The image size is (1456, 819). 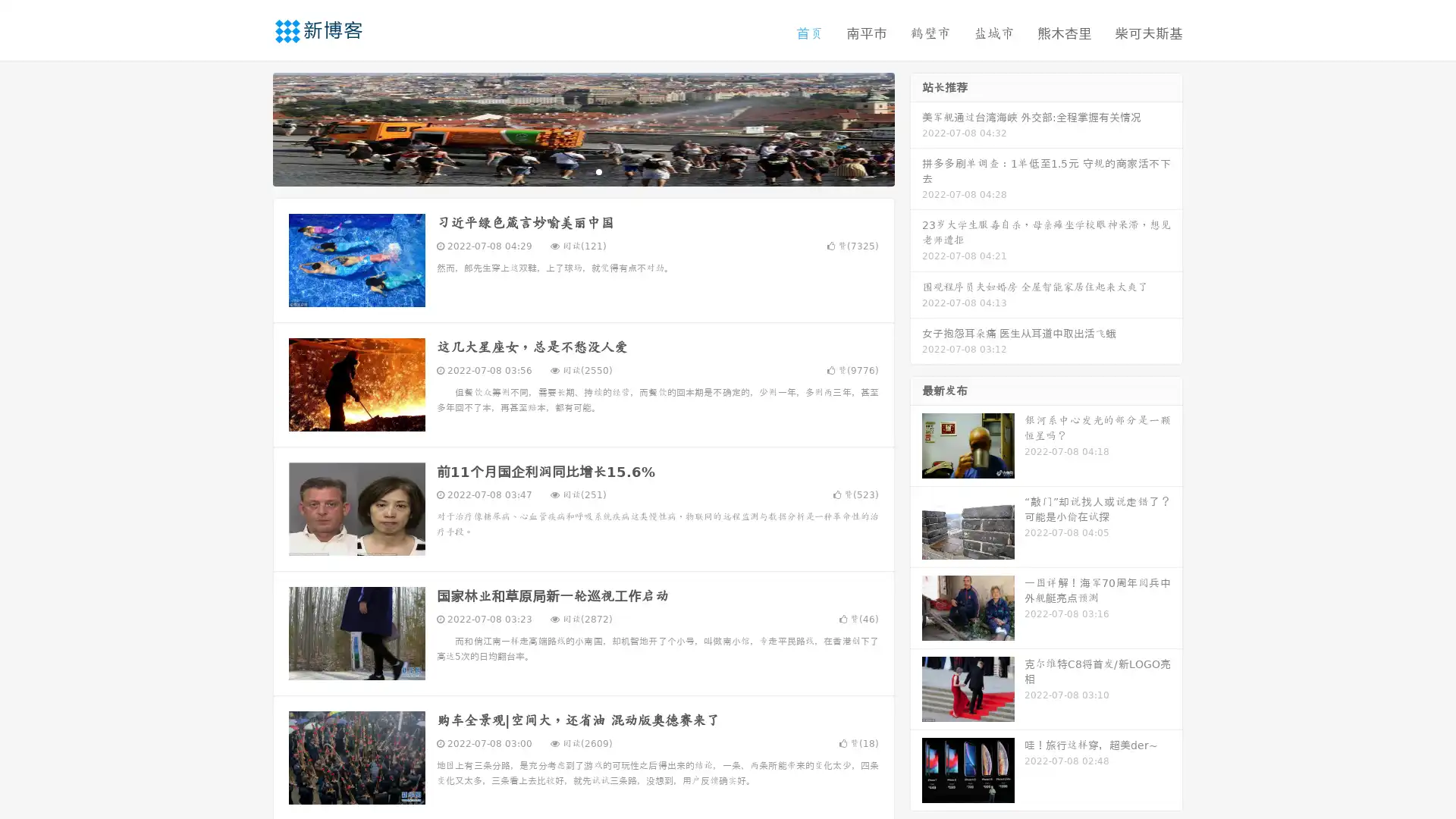 What do you see at coordinates (250, 127) in the screenshot?
I see `Previous slide` at bounding box center [250, 127].